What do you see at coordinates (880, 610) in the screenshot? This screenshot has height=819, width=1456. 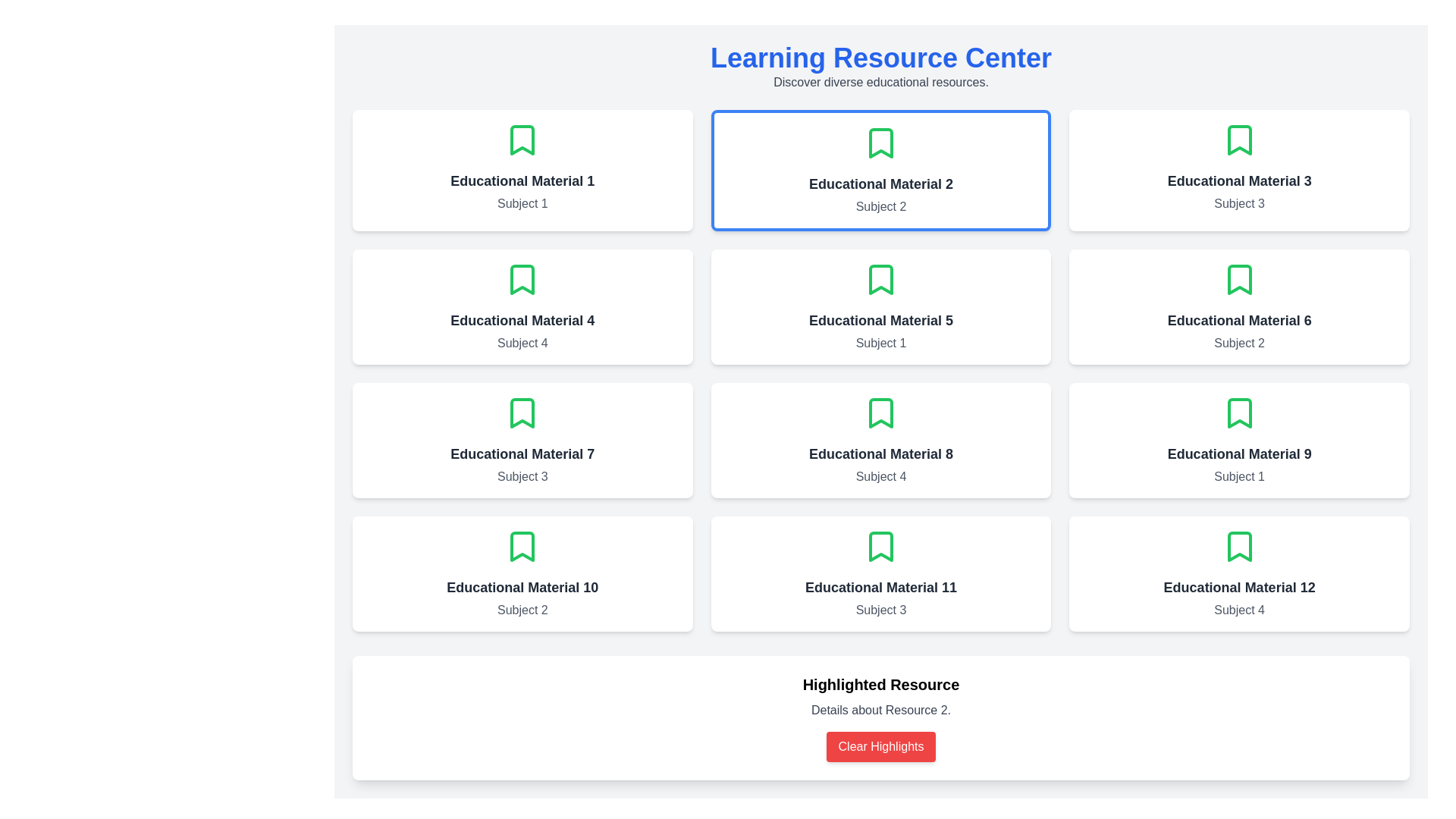 I see `the text label 'Subject 3' which is styled in gray, centrally aligned, and located below the title 'Educational Material 11' in the card-like component` at bounding box center [880, 610].